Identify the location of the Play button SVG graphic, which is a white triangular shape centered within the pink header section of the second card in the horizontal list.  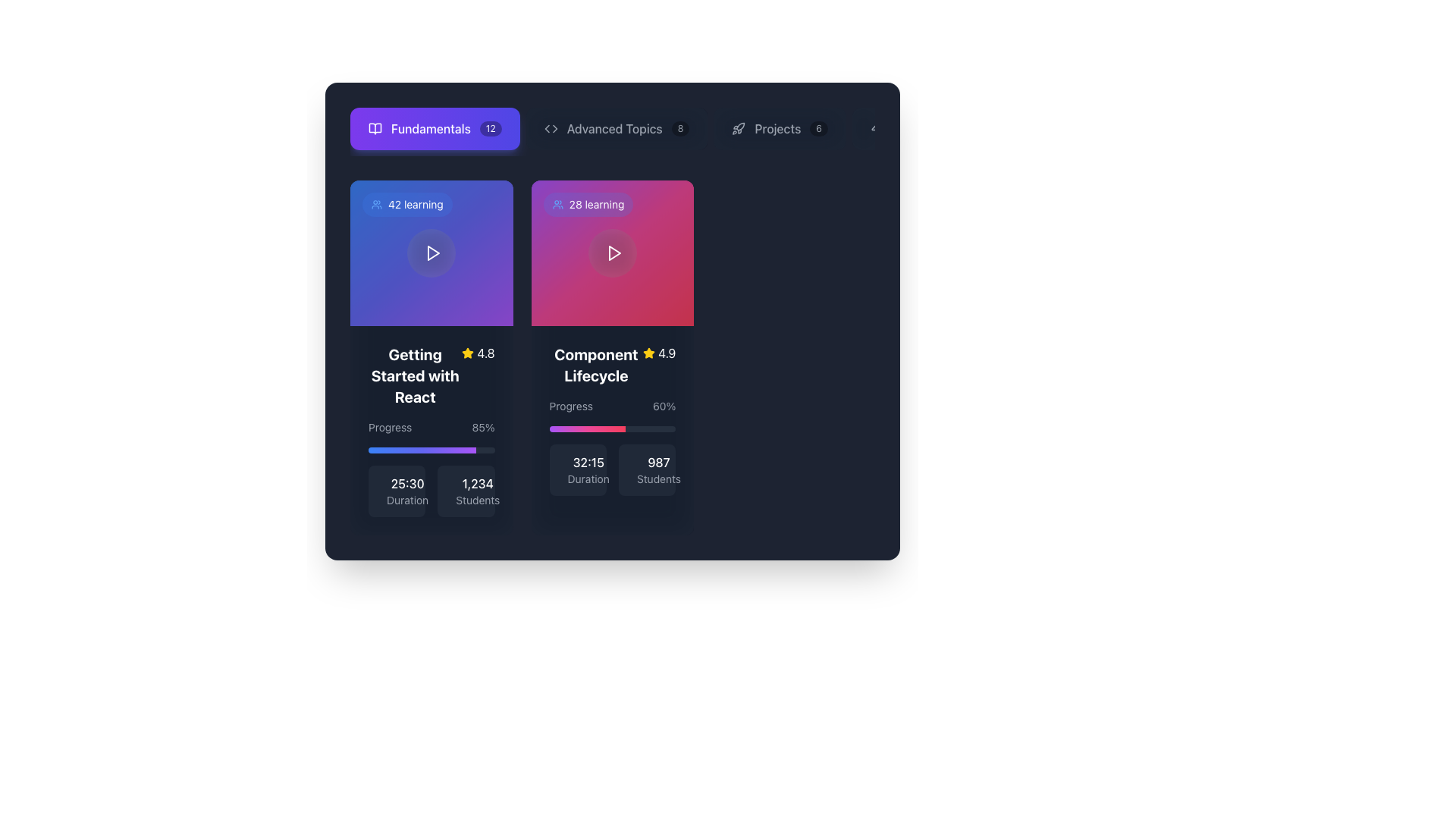
(615, 253).